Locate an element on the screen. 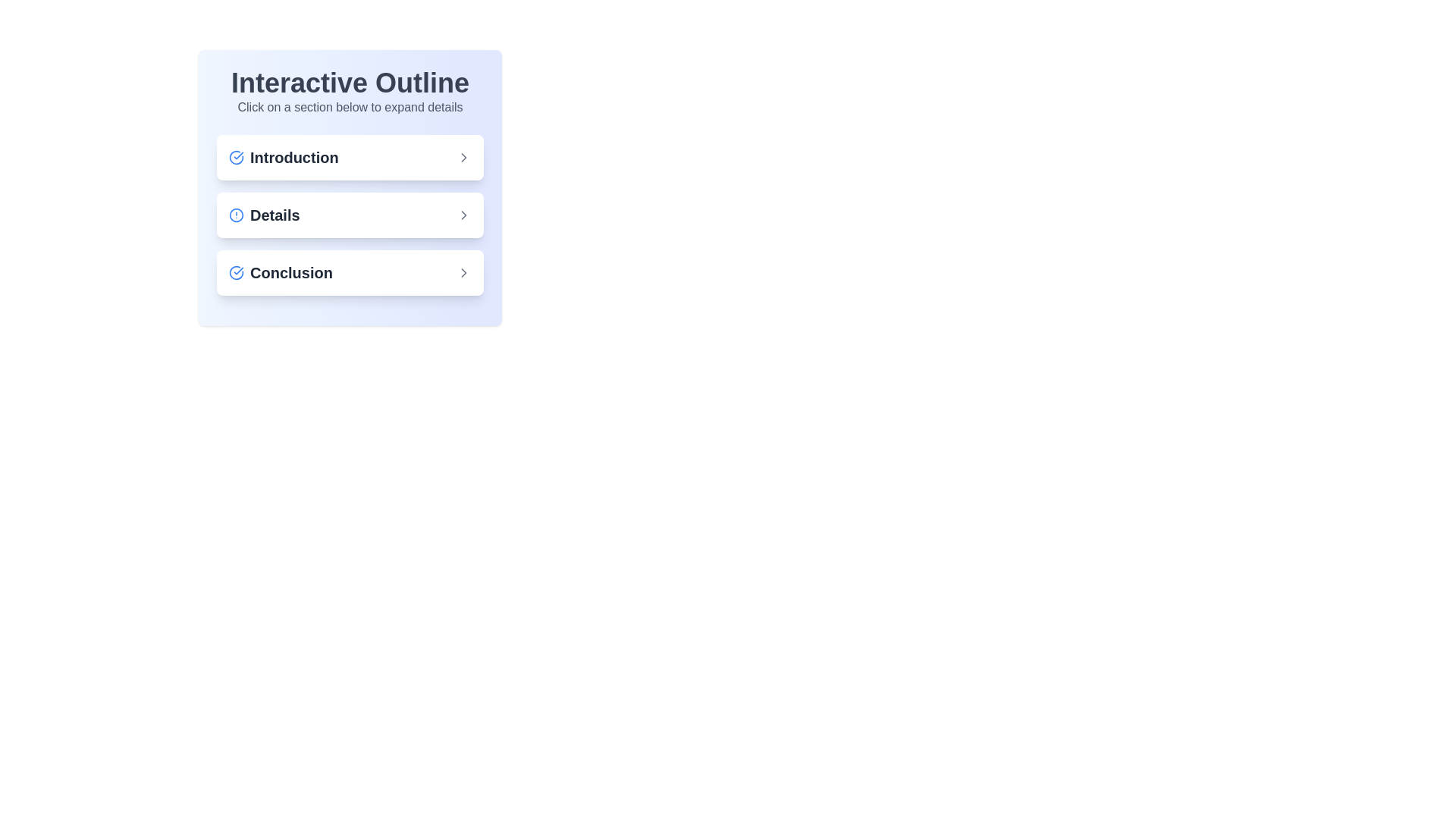 Image resolution: width=1456 pixels, height=819 pixels. the right-pointing chevron icon within the 'Details' section button, which is located on the right side of the outlined interactive block layout is located at coordinates (463, 215).